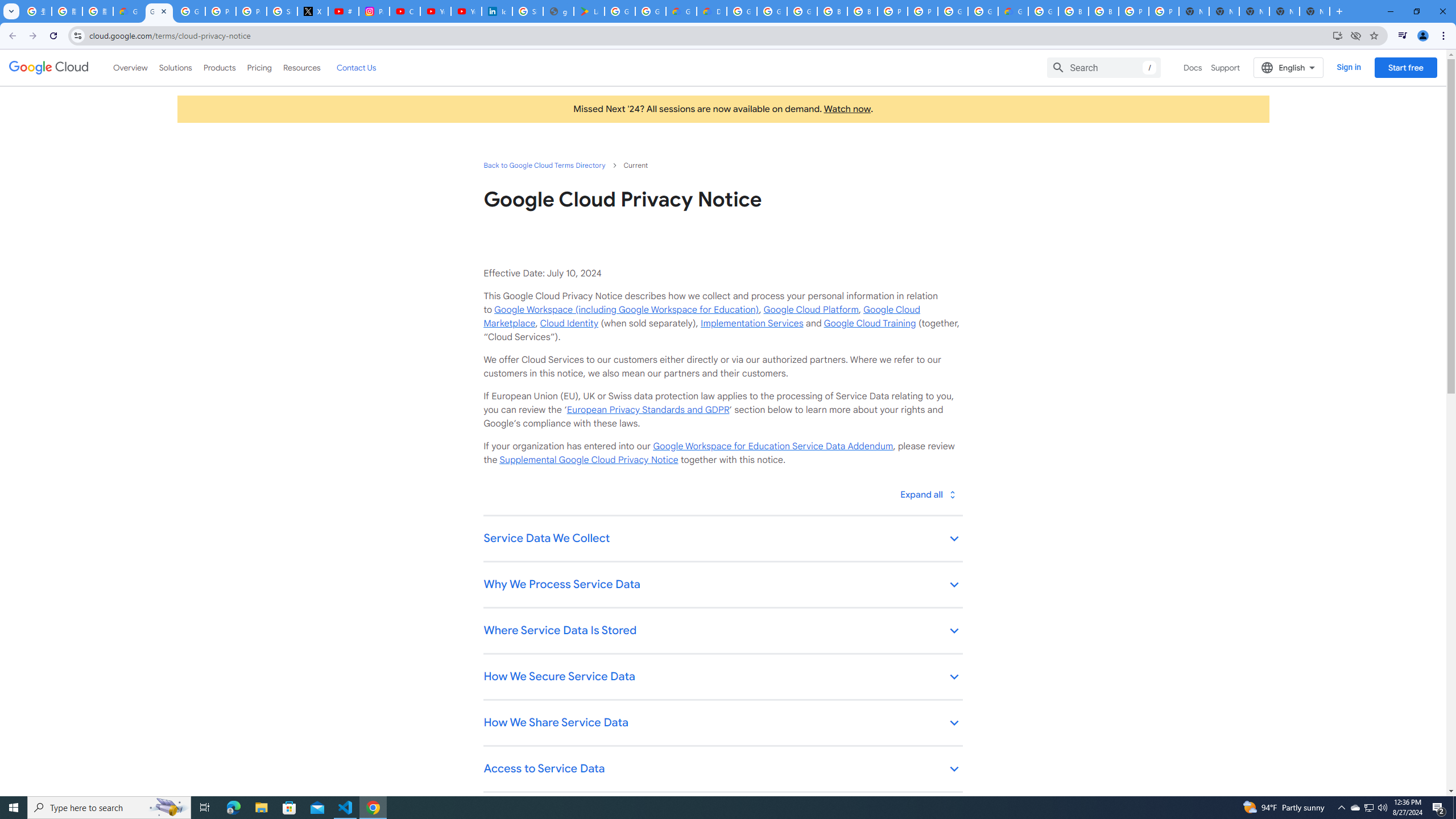 This screenshot has width=1456, height=819. I want to click on 'European Privacy Standards and GDPR', so click(647, 409).